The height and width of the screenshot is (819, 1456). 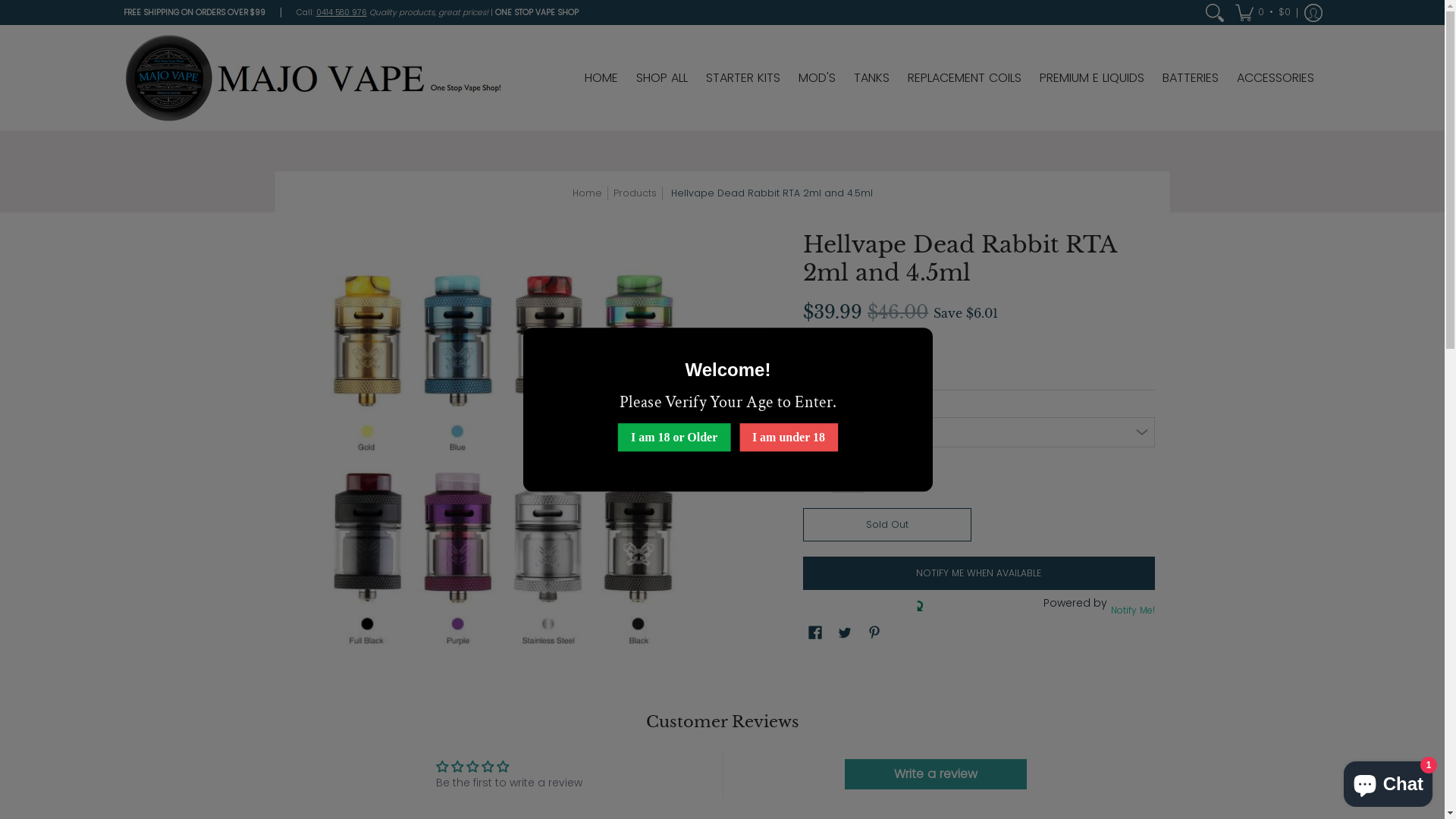 I want to click on 'Sold Out', so click(x=887, y=523).